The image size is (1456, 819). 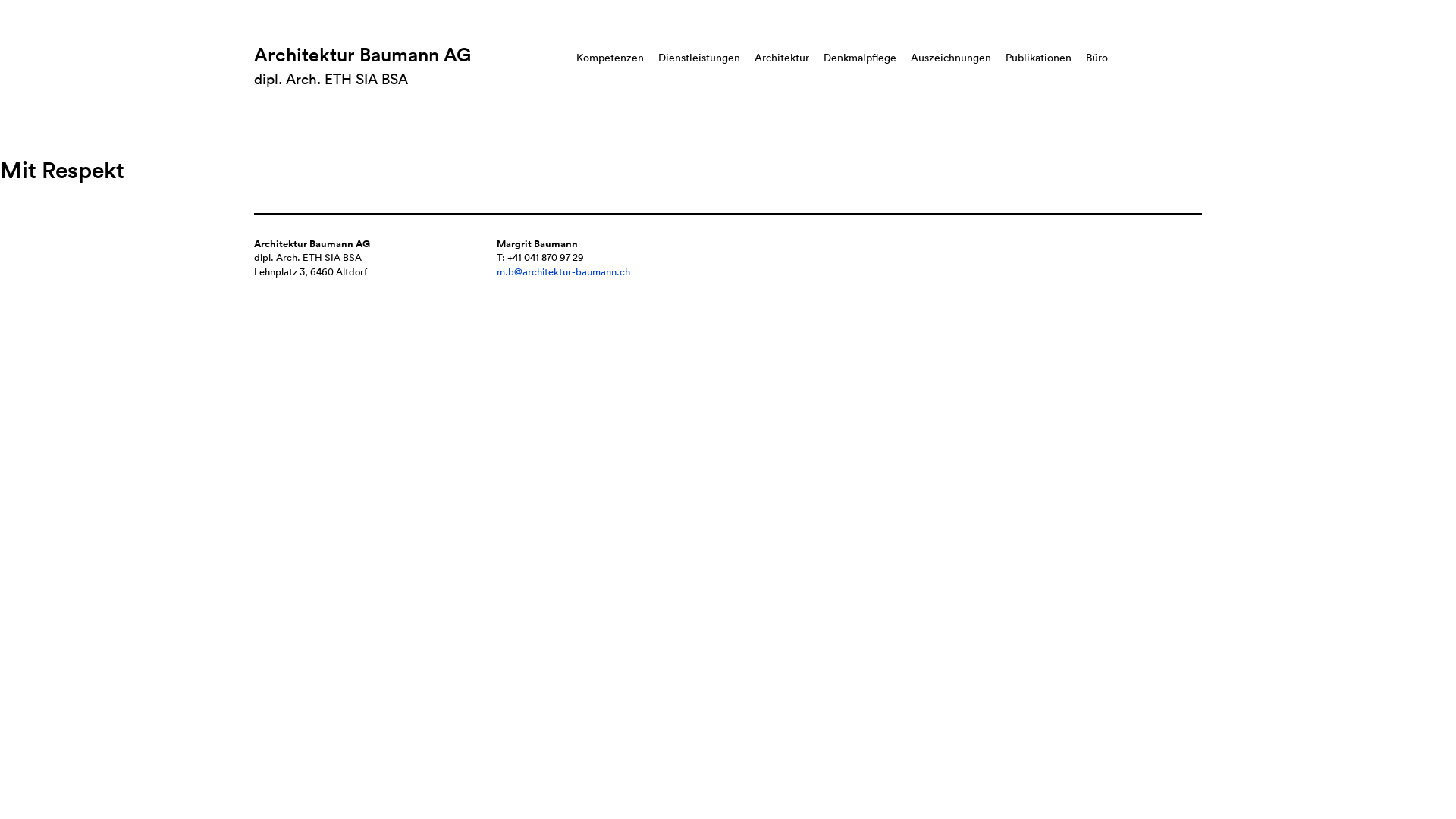 I want to click on 'Architektur Baumann AG', so click(x=362, y=54).